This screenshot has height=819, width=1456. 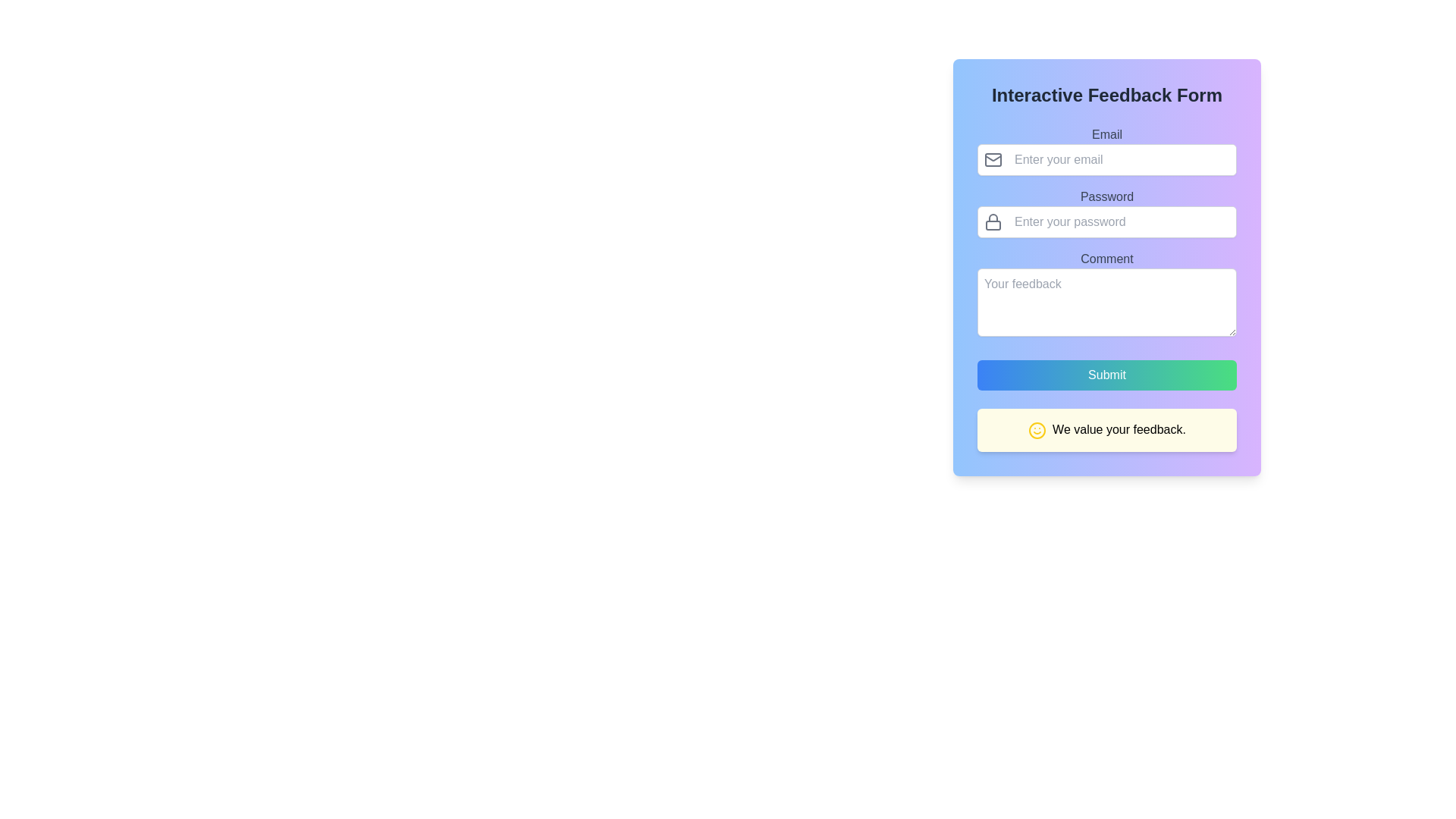 I want to click on the decorative icon located on the left side of the yellow feedback message box at the bottom of the feedback form, so click(x=1037, y=430).